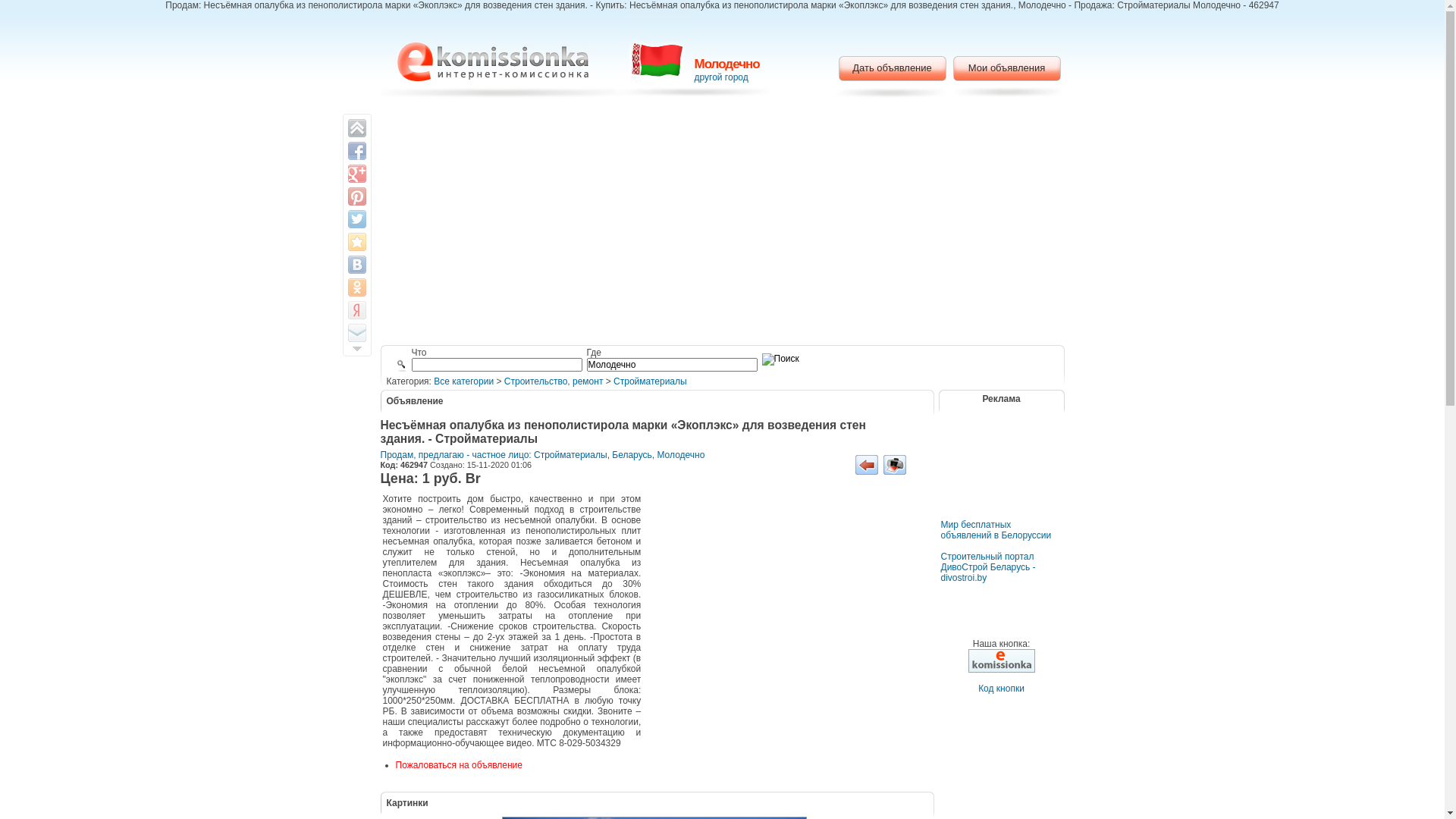 This screenshot has height=819, width=1456. Describe the element at coordinates (356, 287) in the screenshot. I see `'Share to Odnoklassniki.ru'` at that location.